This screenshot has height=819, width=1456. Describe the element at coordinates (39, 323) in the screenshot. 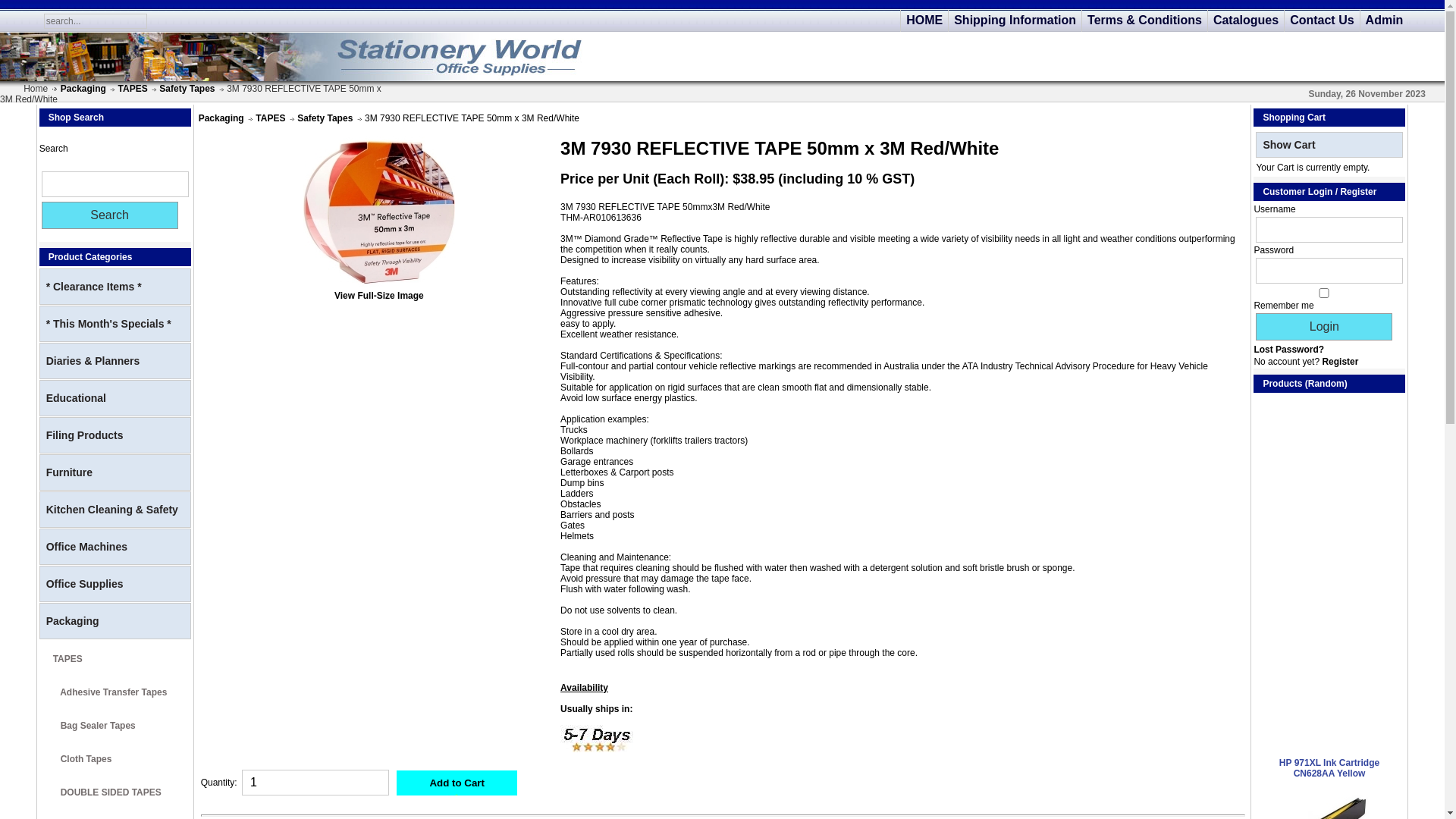

I see `'* This Month's Specials *'` at that location.